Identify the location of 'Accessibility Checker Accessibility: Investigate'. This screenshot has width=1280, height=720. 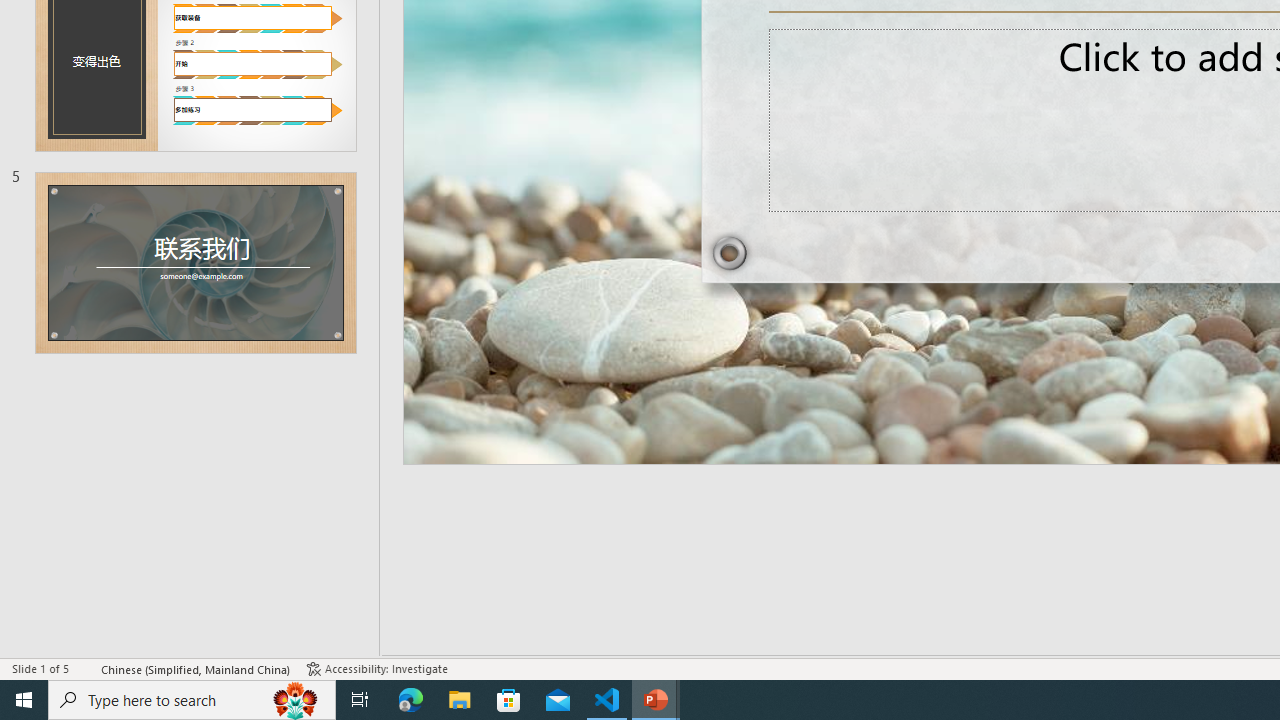
(377, 669).